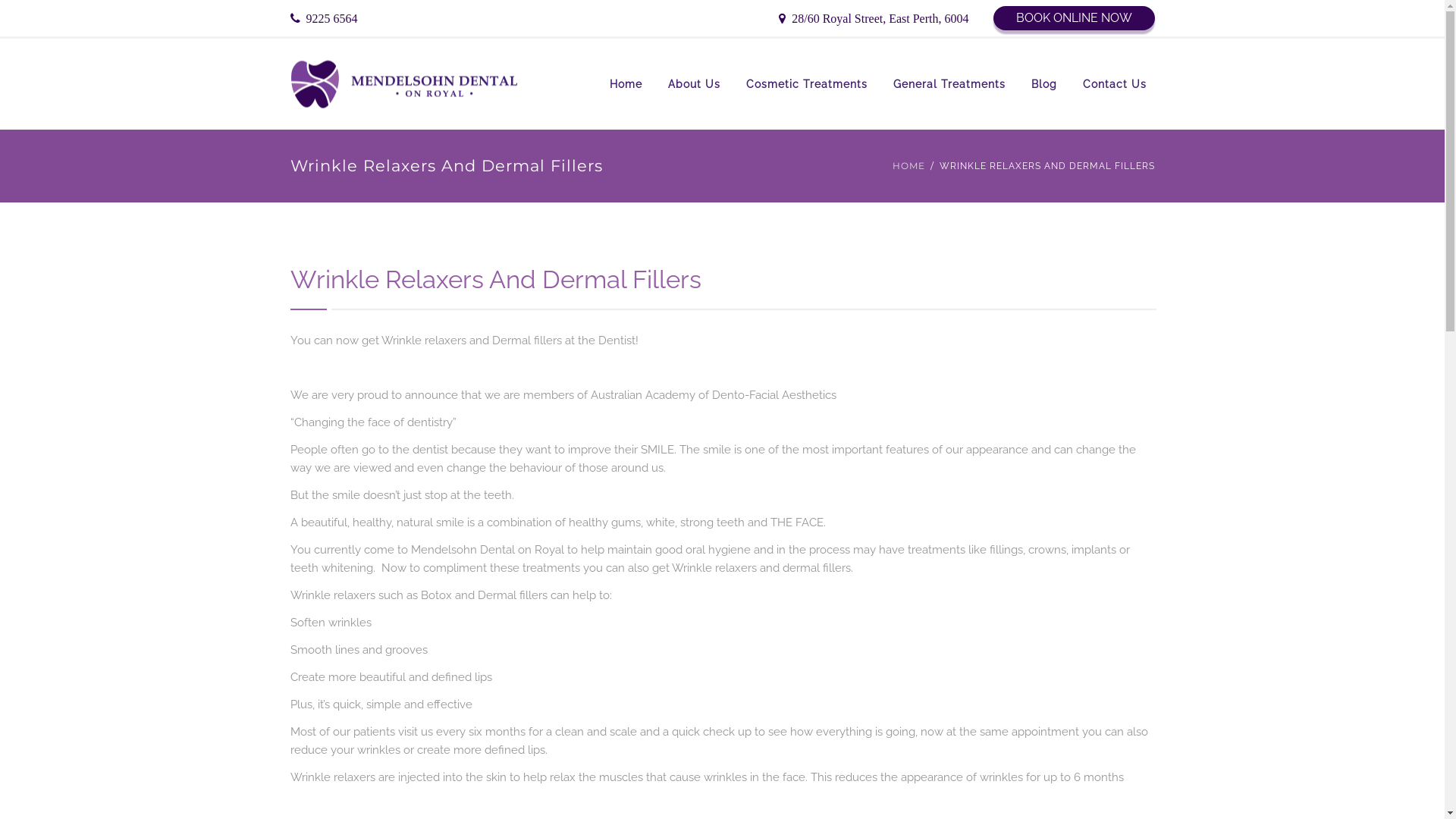 The width and height of the screenshot is (1456, 819). I want to click on 'Blog', so click(1043, 84).